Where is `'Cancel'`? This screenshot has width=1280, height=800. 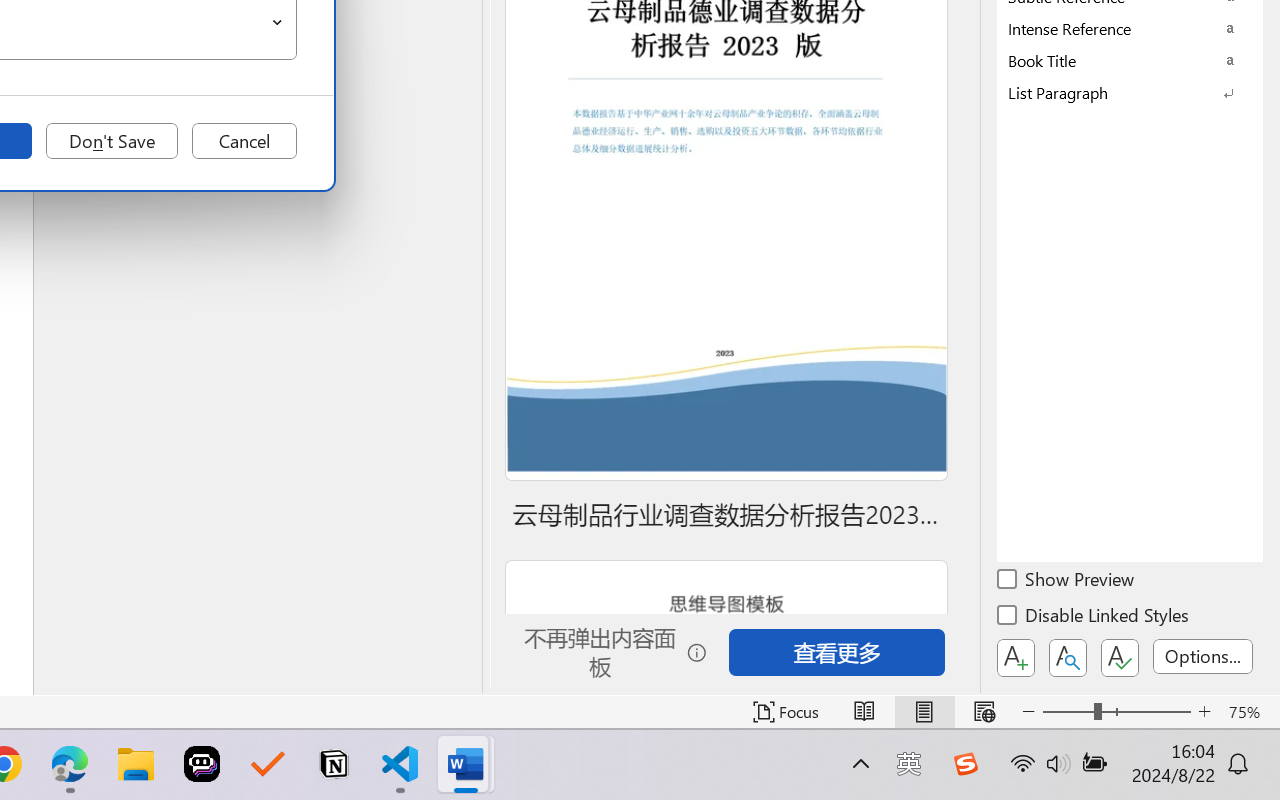
'Cancel' is located at coordinates (243, 141).